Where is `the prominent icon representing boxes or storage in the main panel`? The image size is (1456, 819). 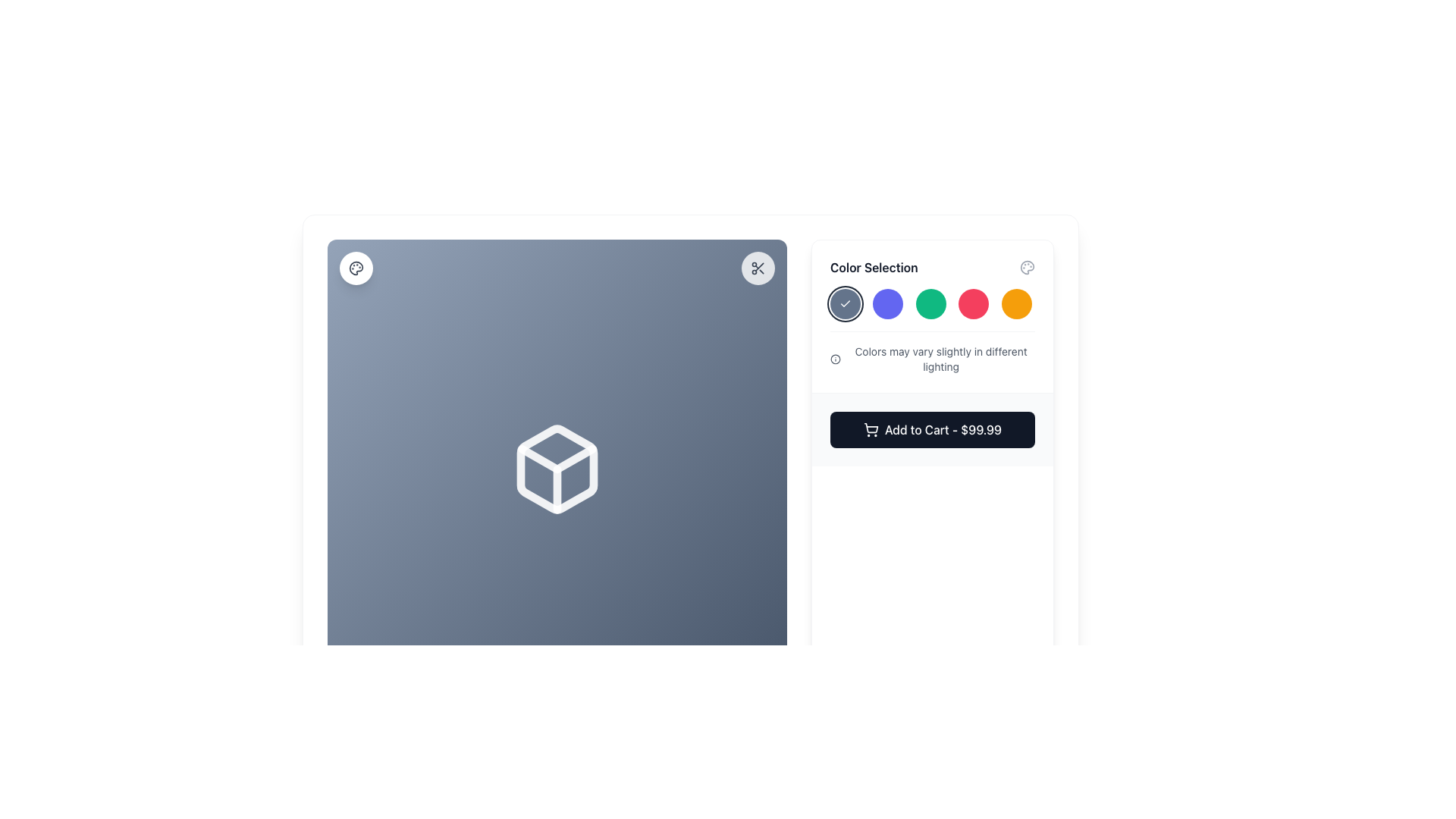 the prominent icon representing boxes or storage in the main panel is located at coordinates (556, 468).